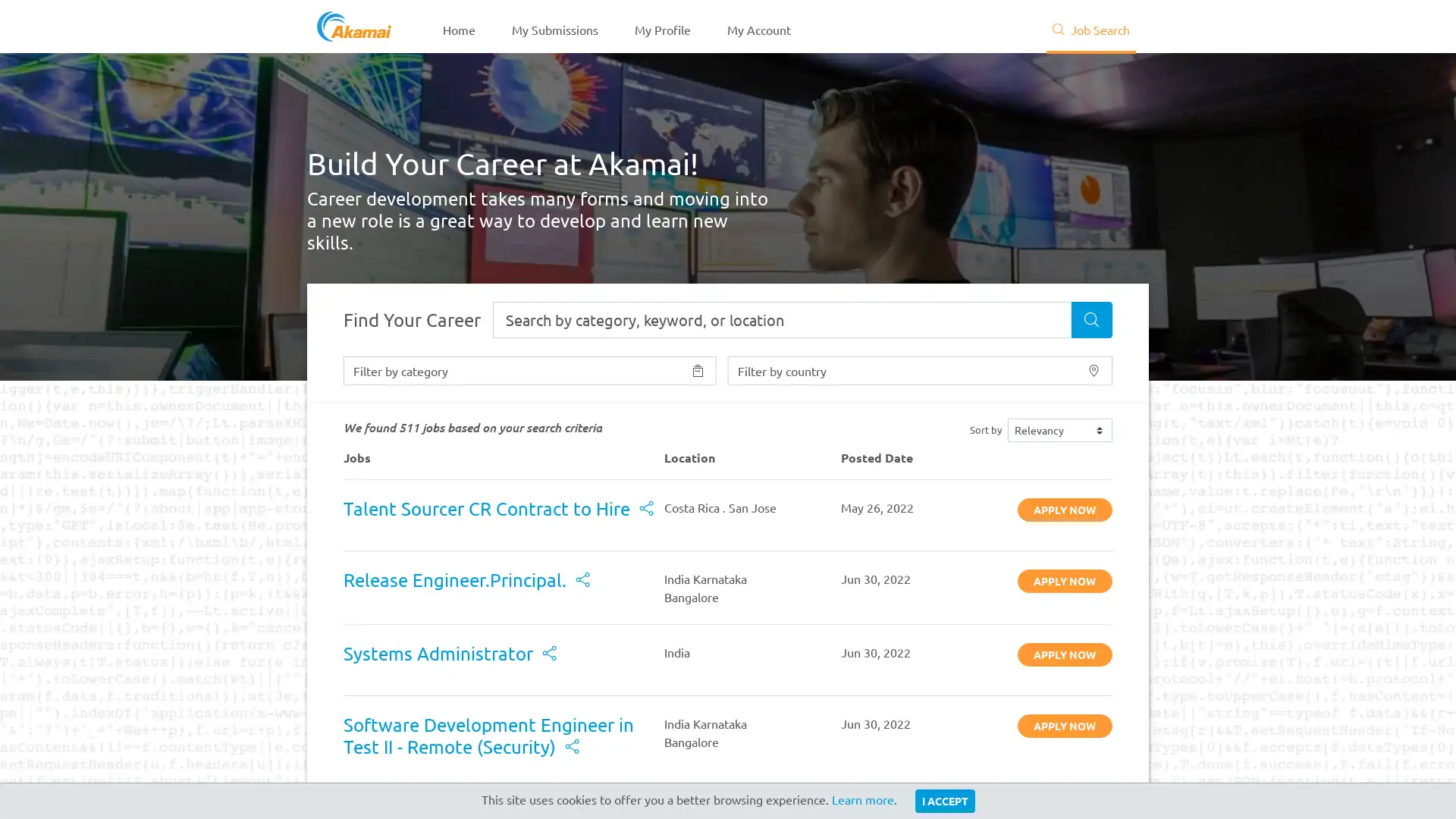 This screenshot has width=1456, height=819. What do you see at coordinates (571, 746) in the screenshot?
I see `Share Software Development Engineer in Test II - Remote (Security)` at bounding box center [571, 746].